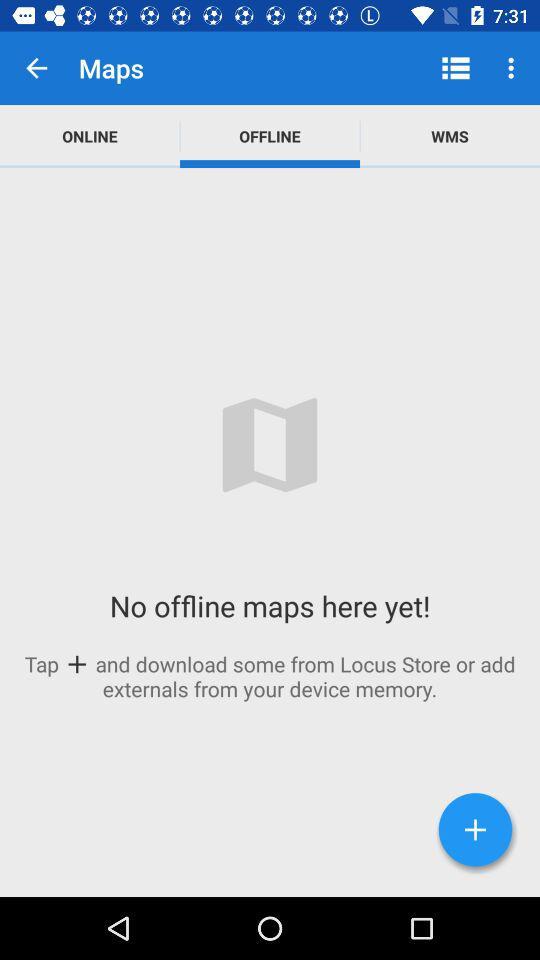  What do you see at coordinates (89, 135) in the screenshot?
I see `the app to the left of the offline` at bounding box center [89, 135].